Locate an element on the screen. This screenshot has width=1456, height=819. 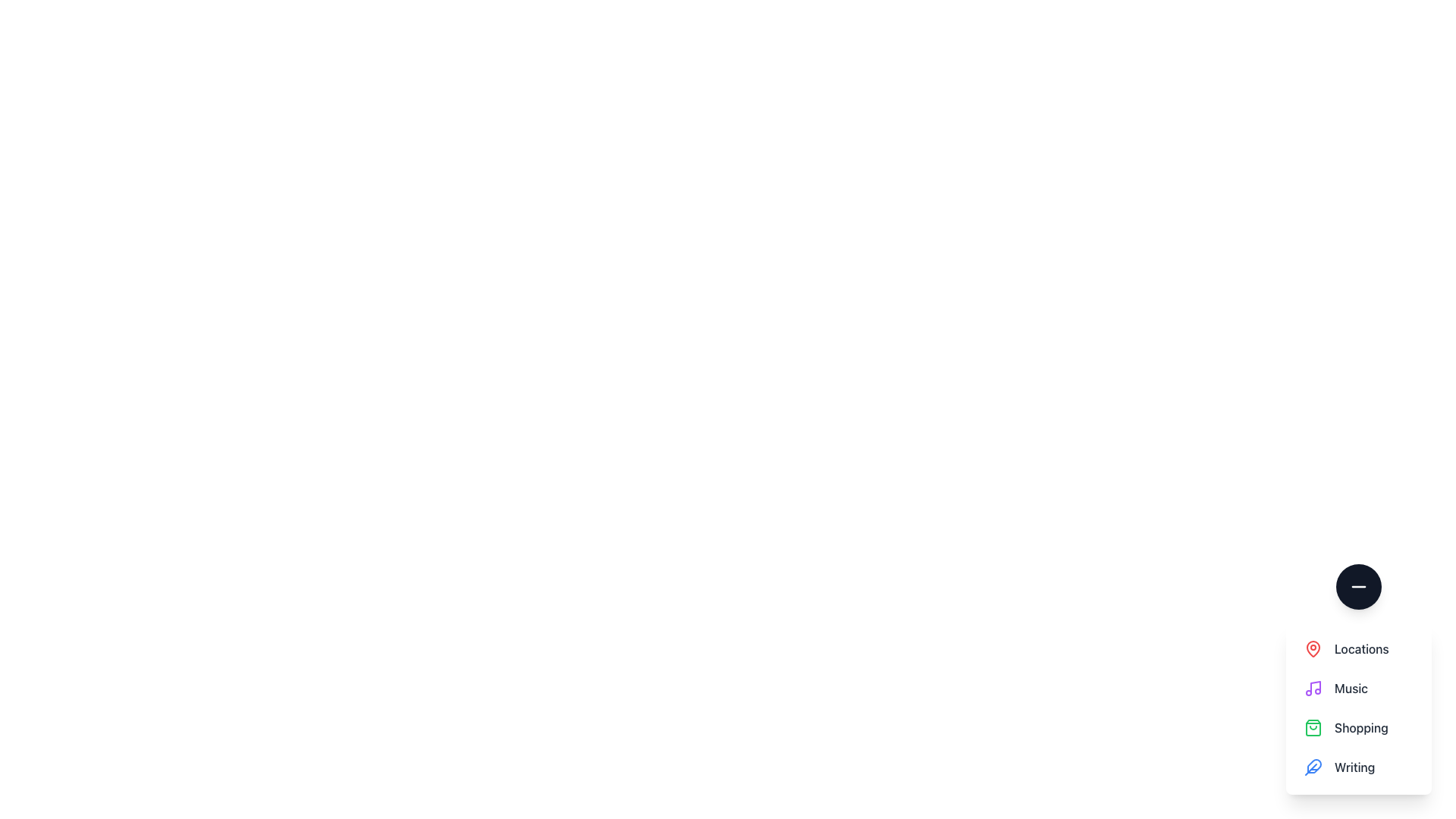
the feather-shaped blue icon located to the left of the 'Writing' text label in the menu is located at coordinates (1313, 767).